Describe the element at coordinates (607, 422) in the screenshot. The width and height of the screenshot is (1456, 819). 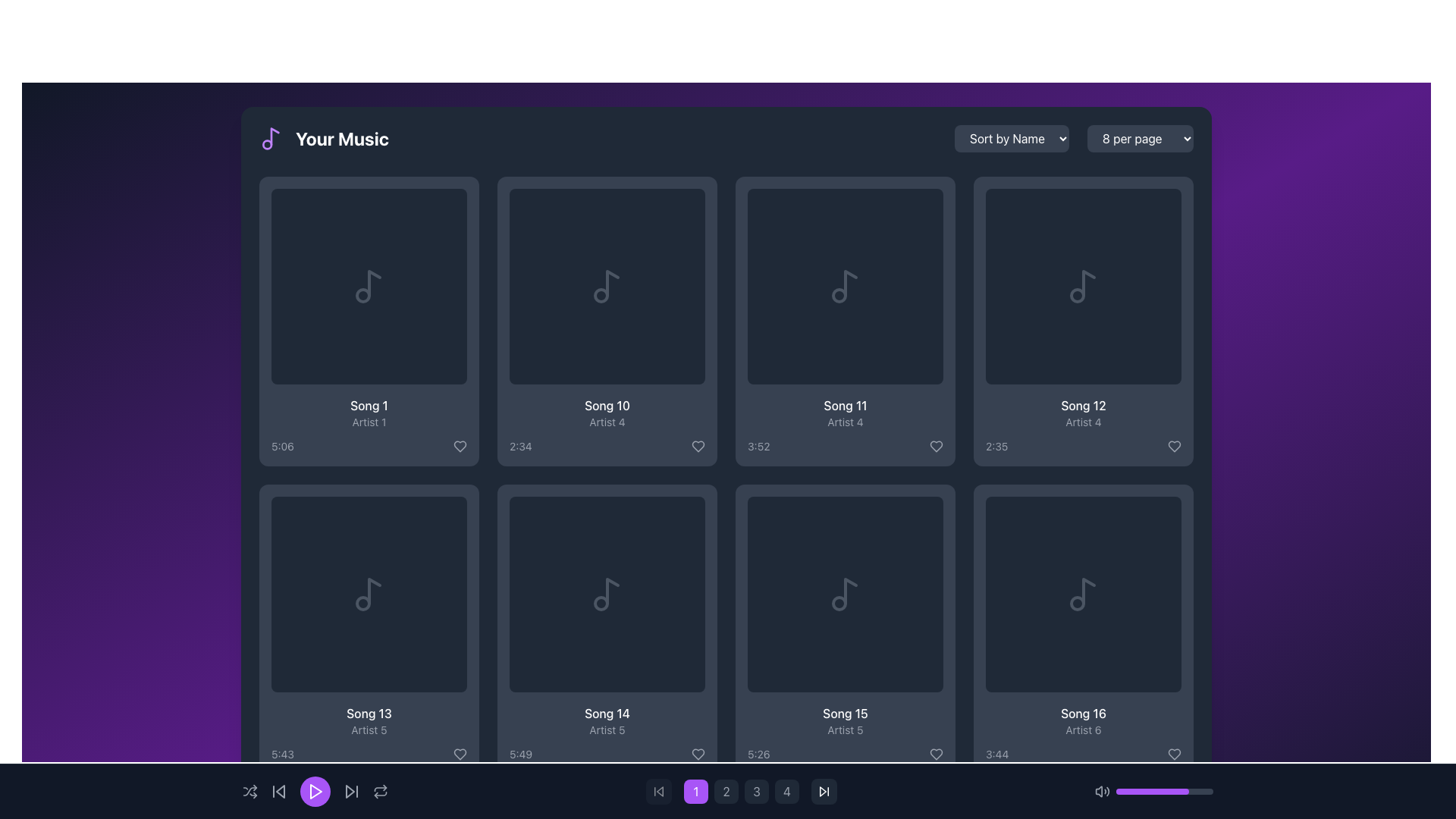
I see `the static text label displaying 'Artist 4' located under the title 'Song 10' and above the duration '2:34' in the second card of the first row` at that location.